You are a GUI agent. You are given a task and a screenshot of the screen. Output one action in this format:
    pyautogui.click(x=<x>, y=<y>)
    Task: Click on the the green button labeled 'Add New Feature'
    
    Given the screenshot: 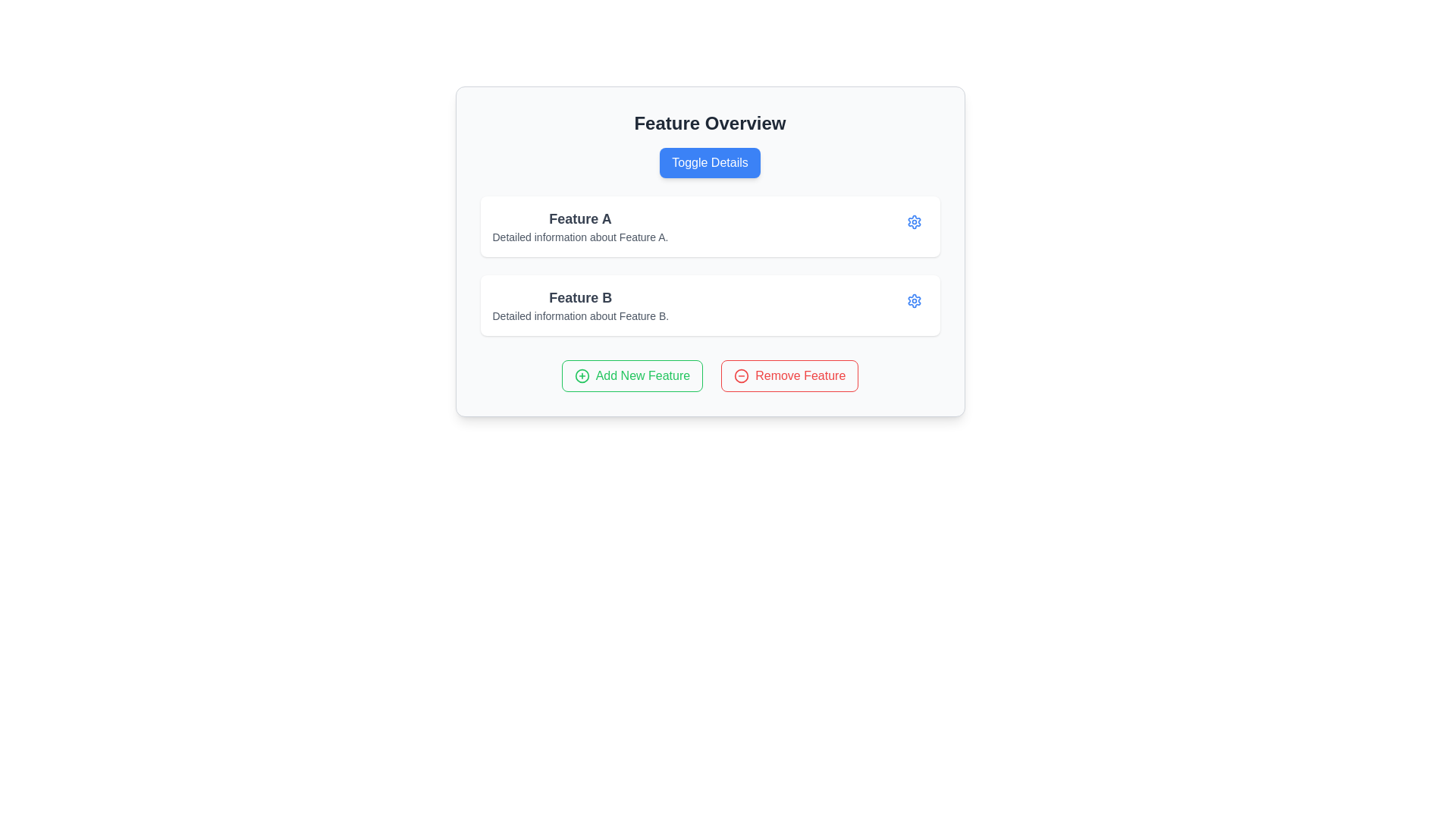 What is the action you would take?
    pyautogui.click(x=632, y=375)
    